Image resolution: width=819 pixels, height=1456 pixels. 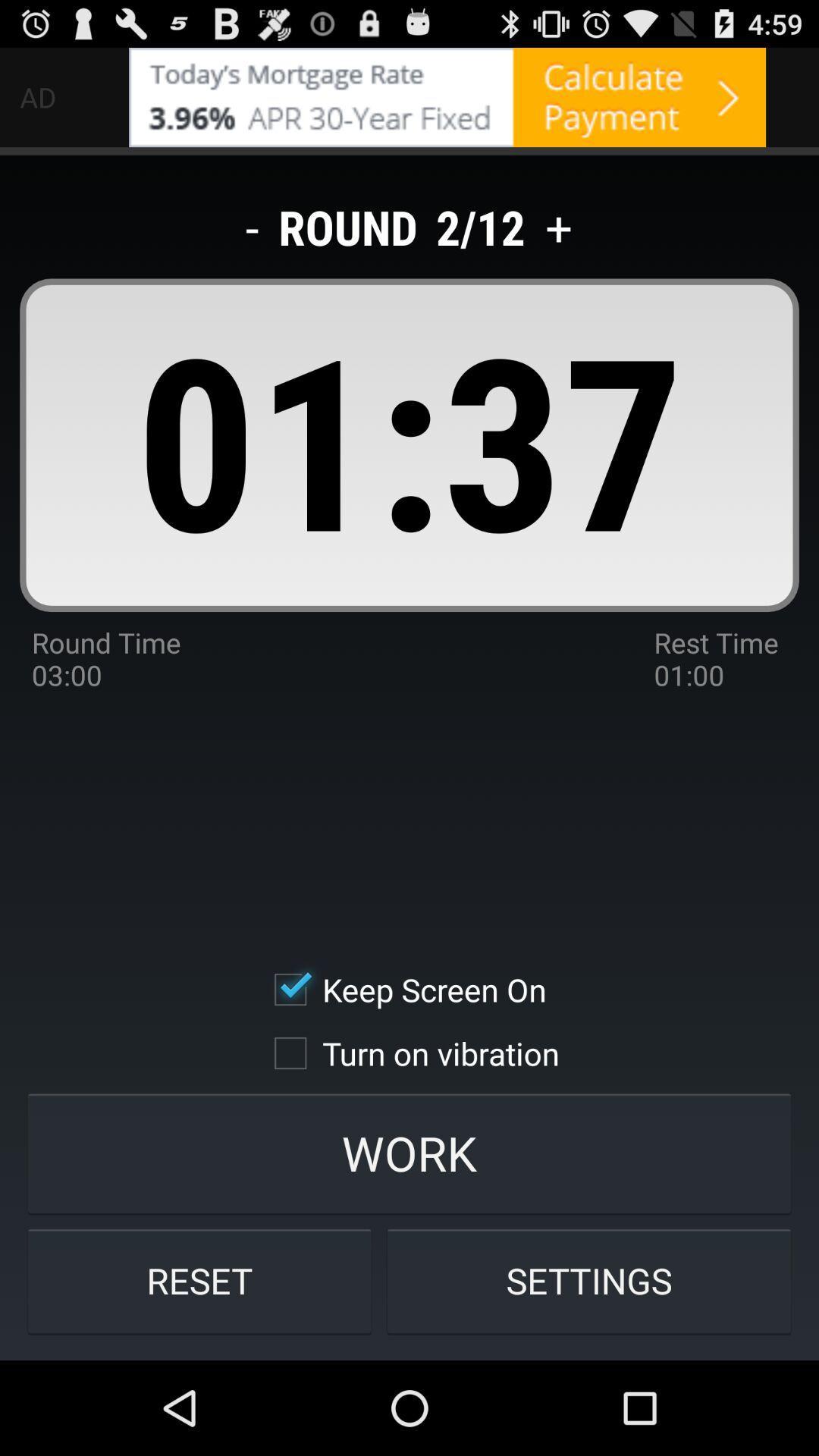 I want to click on advertisement banner, so click(x=447, y=96).